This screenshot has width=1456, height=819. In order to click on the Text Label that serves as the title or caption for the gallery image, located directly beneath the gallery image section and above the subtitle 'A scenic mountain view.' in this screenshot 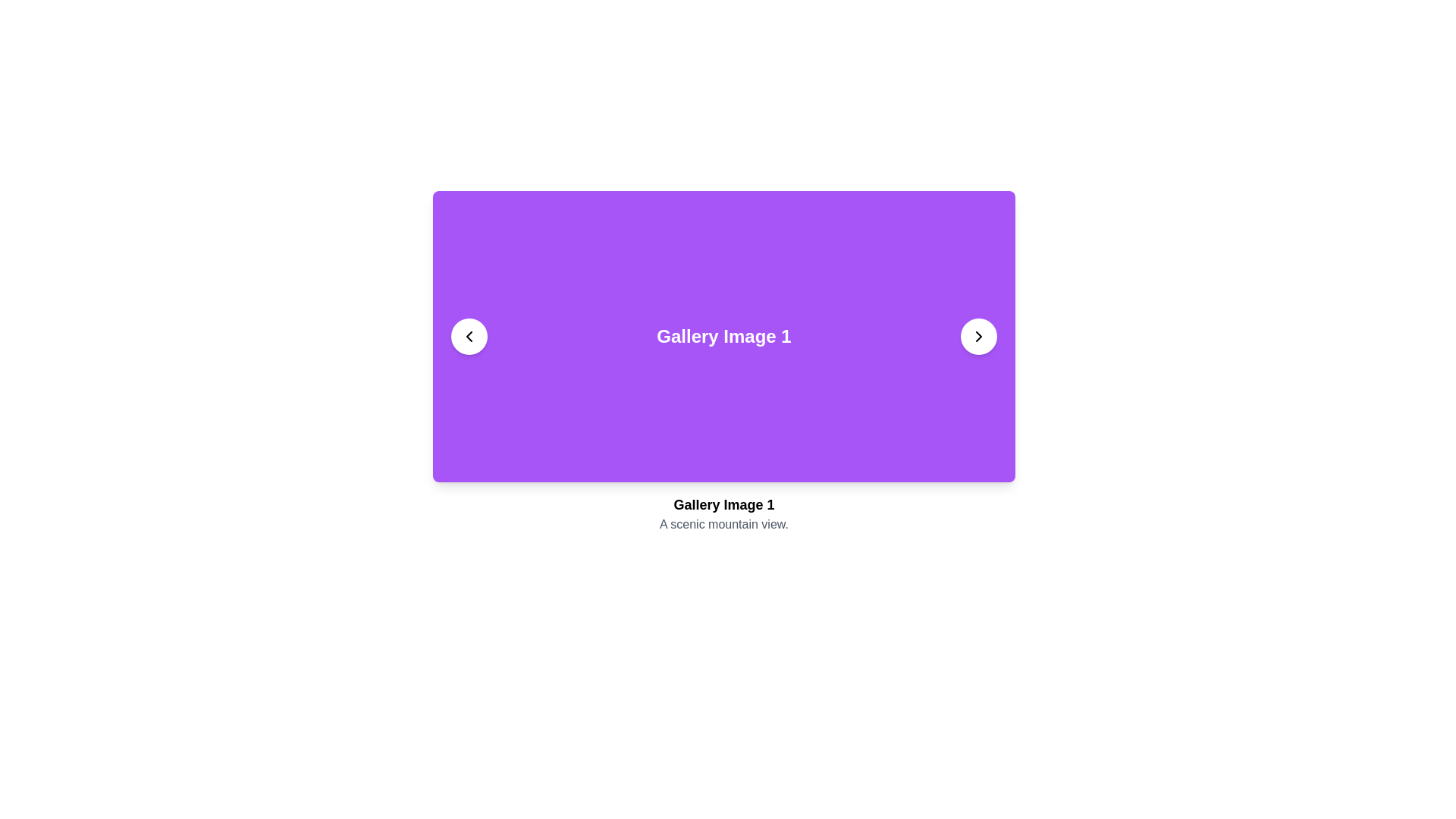, I will do `click(723, 505)`.